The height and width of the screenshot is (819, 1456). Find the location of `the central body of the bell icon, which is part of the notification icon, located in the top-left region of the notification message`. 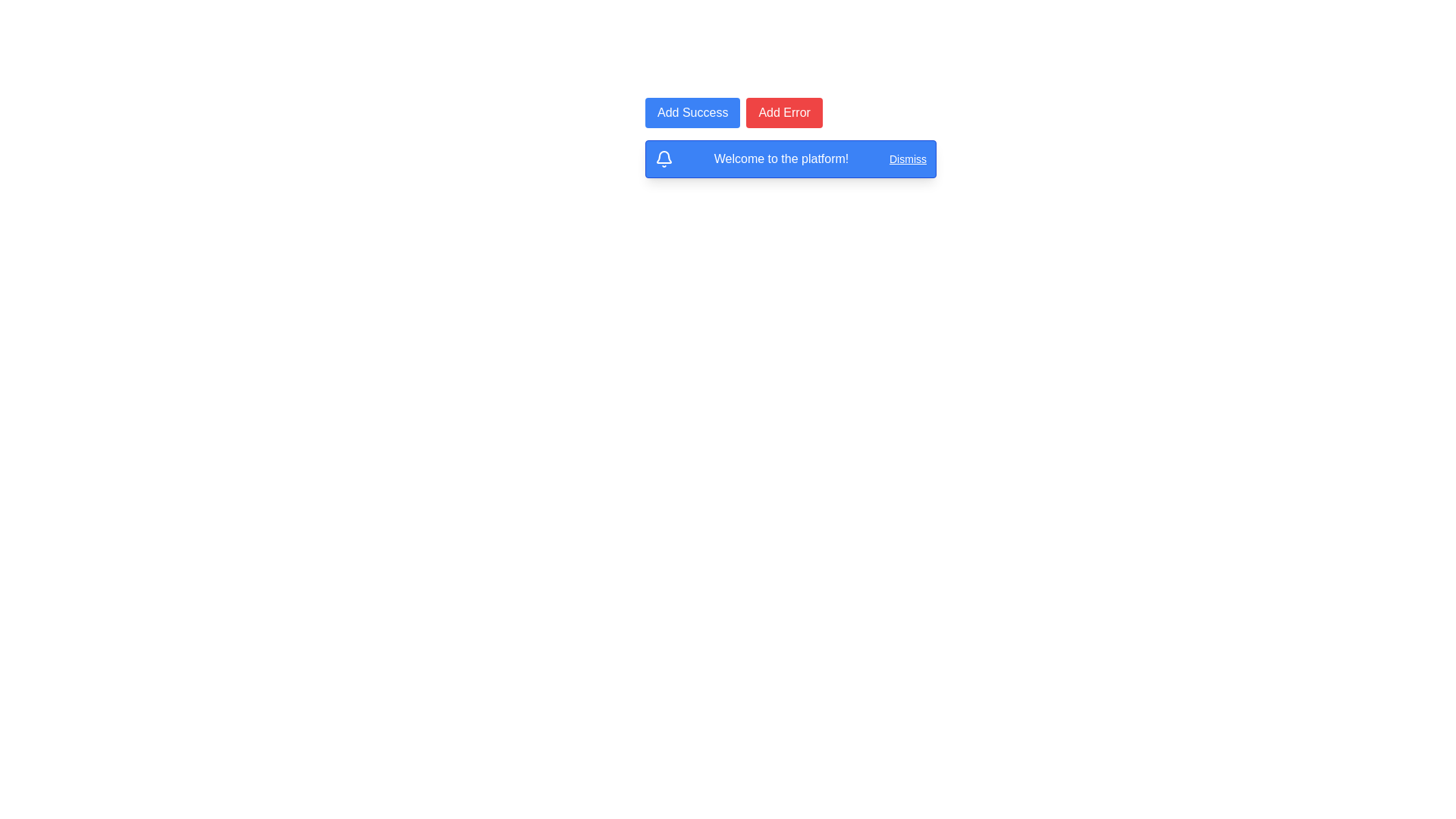

the central body of the bell icon, which is part of the notification icon, located in the top-left region of the notification message is located at coordinates (664, 157).